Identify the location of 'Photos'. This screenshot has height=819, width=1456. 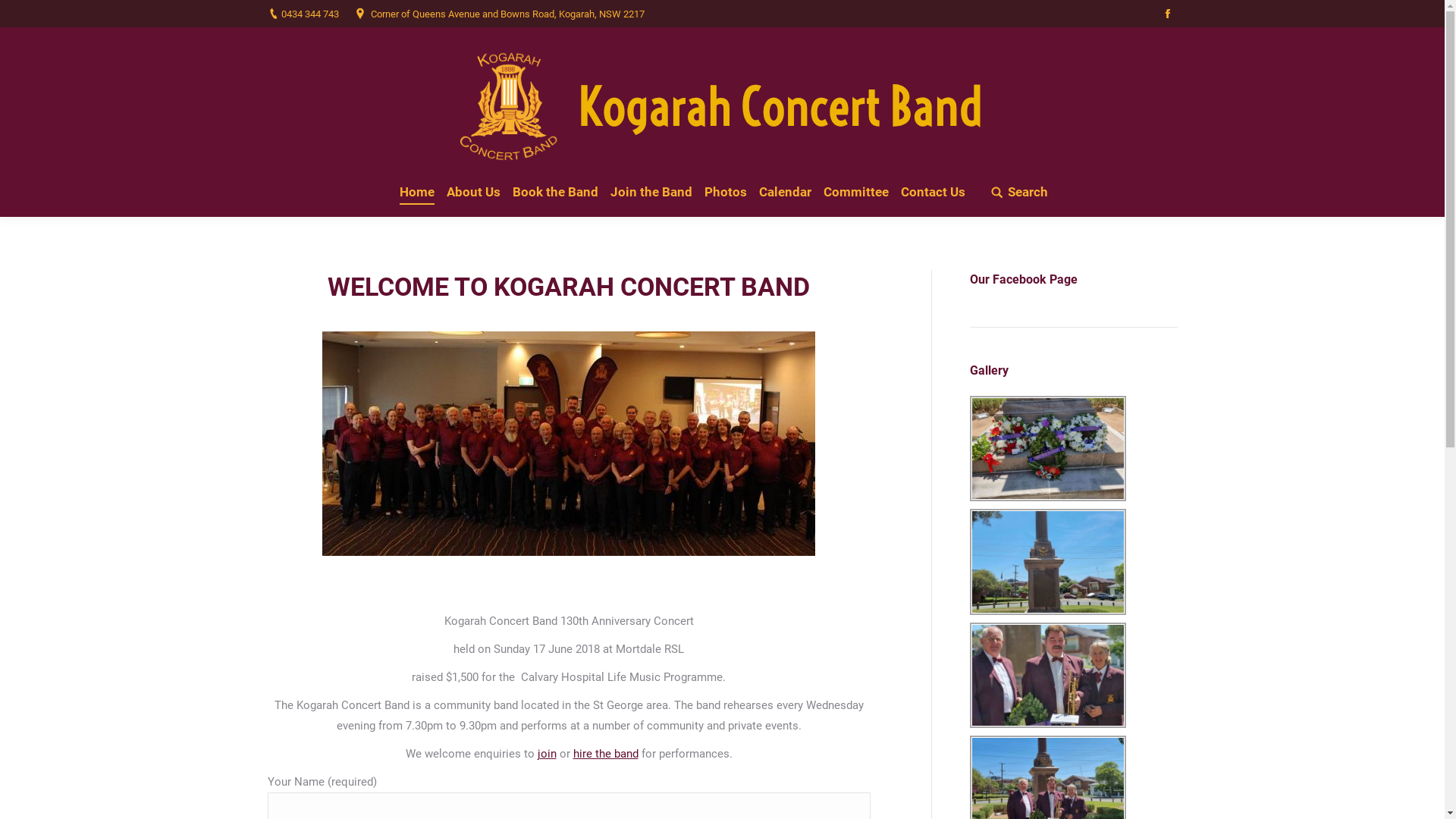
(724, 191).